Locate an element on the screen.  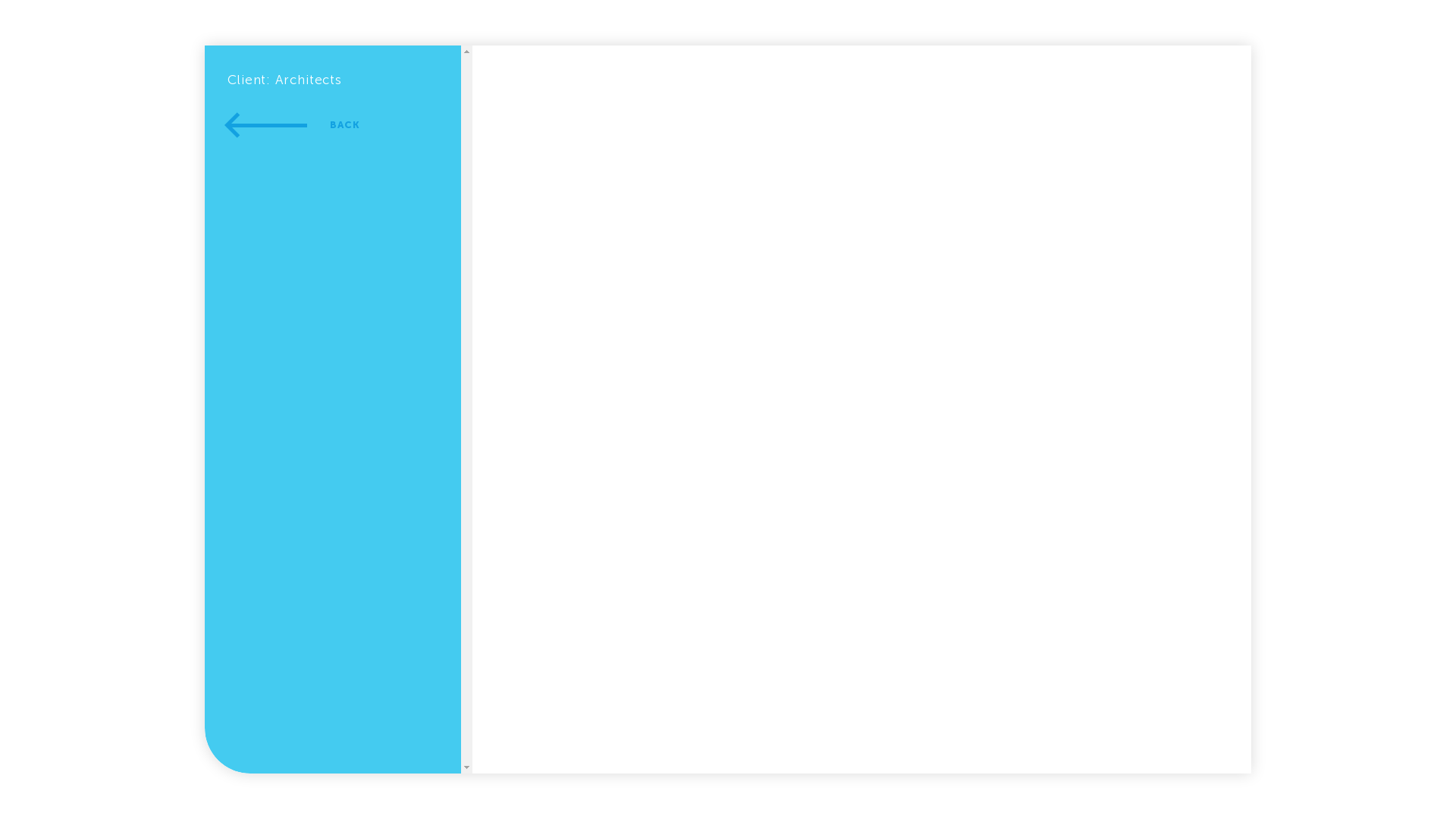
'BACK' is located at coordinates (293, 124).